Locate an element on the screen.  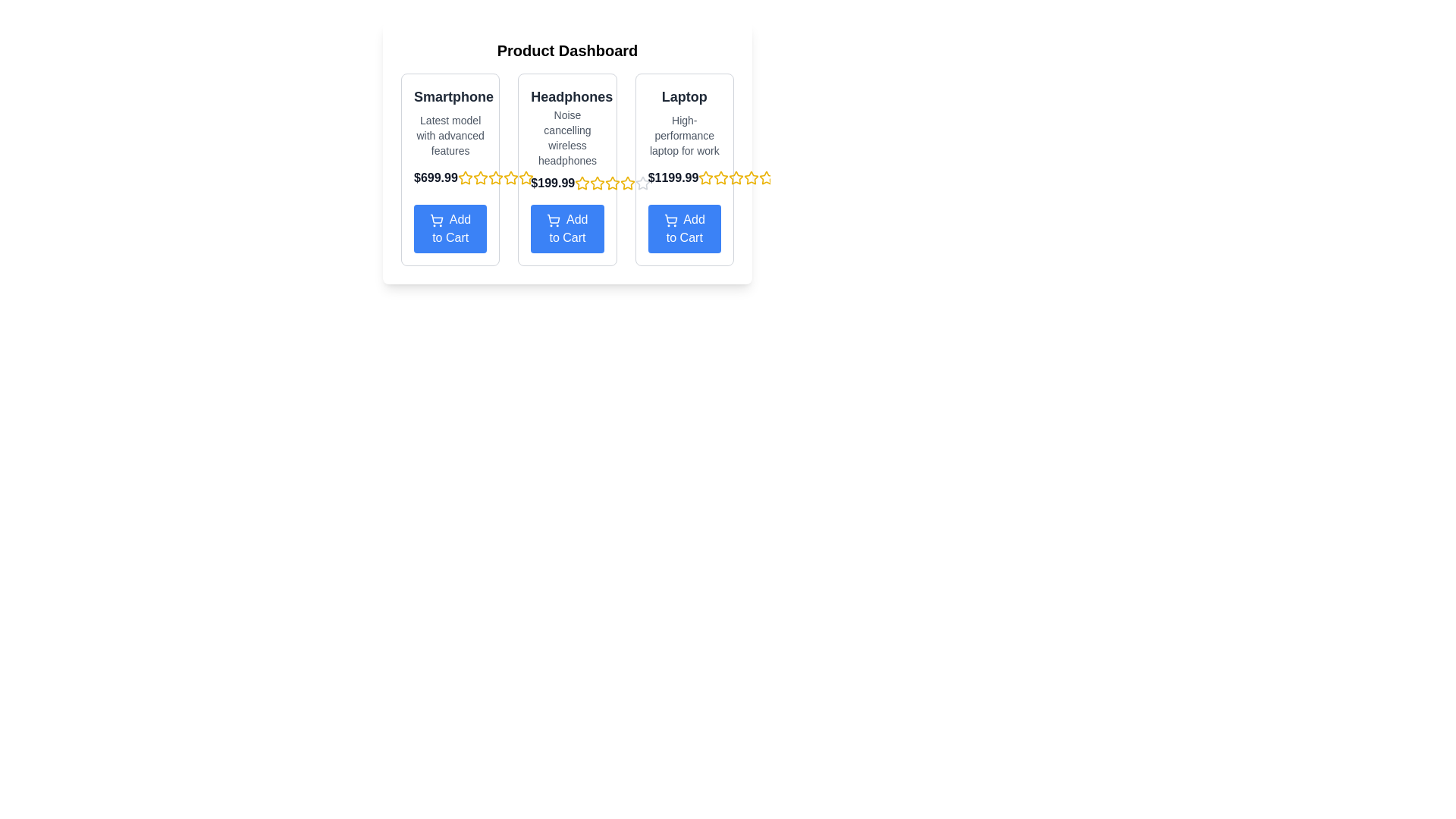
the 10th star icon in the rating bar under the 'Laptop' product card is located at coordinates (643, 183).